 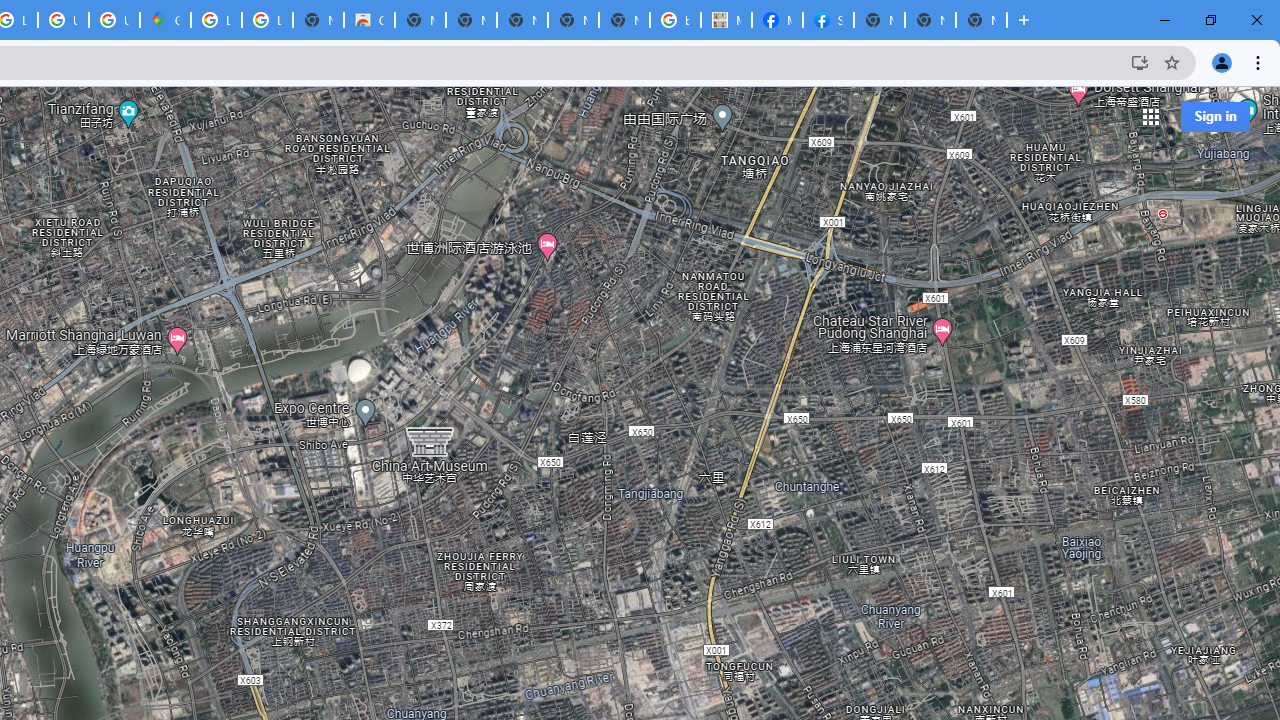 I want to click on 'New Tab', so click(x=981, y=20).